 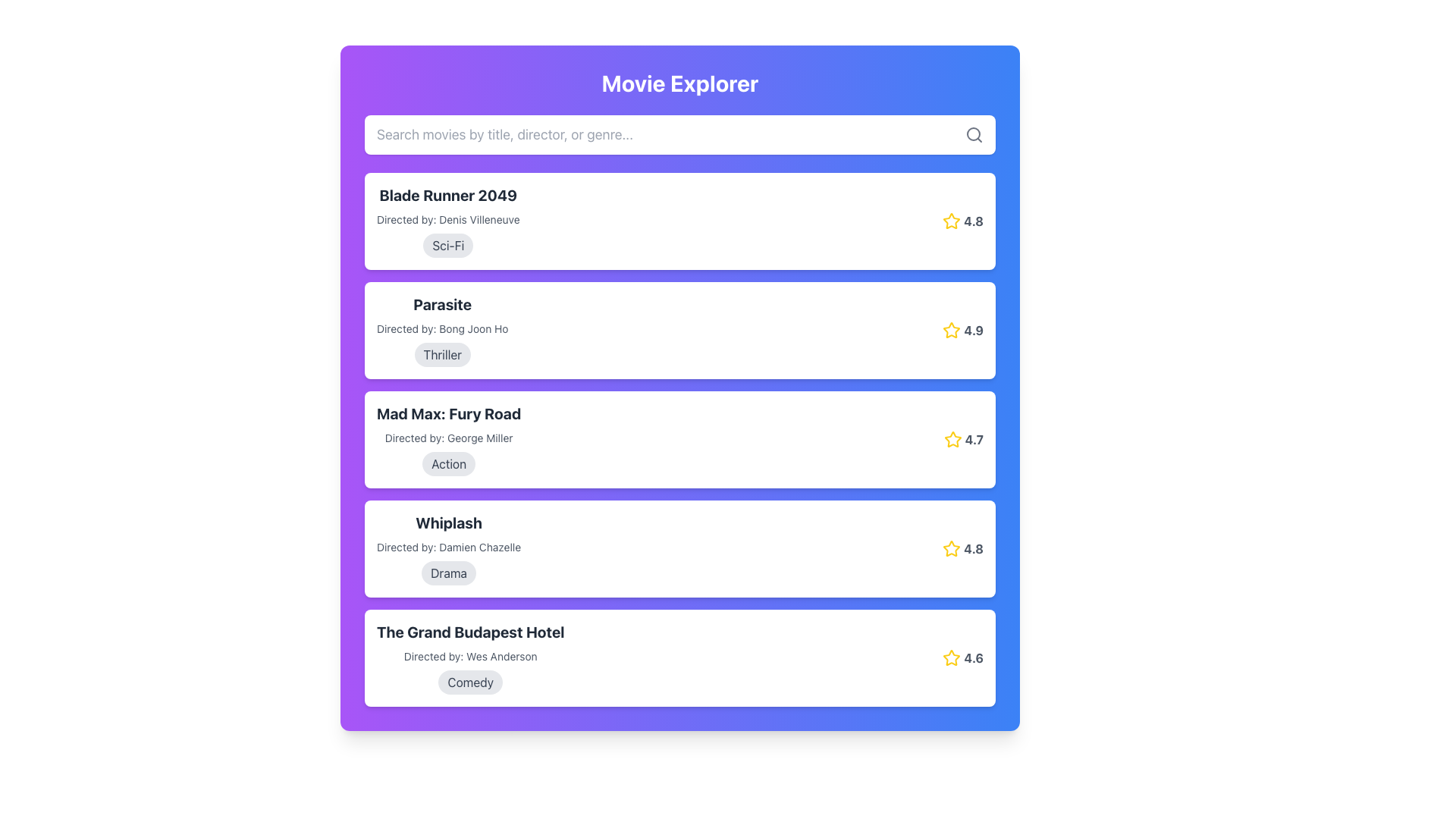 What do you see at coordinates (951, 329) in the screenshot?
I see `the star icon located to the right of the second movie entry in the list, which is styled in yellow and indicates a rating of '4.9'` at bounding box center [951, 329].